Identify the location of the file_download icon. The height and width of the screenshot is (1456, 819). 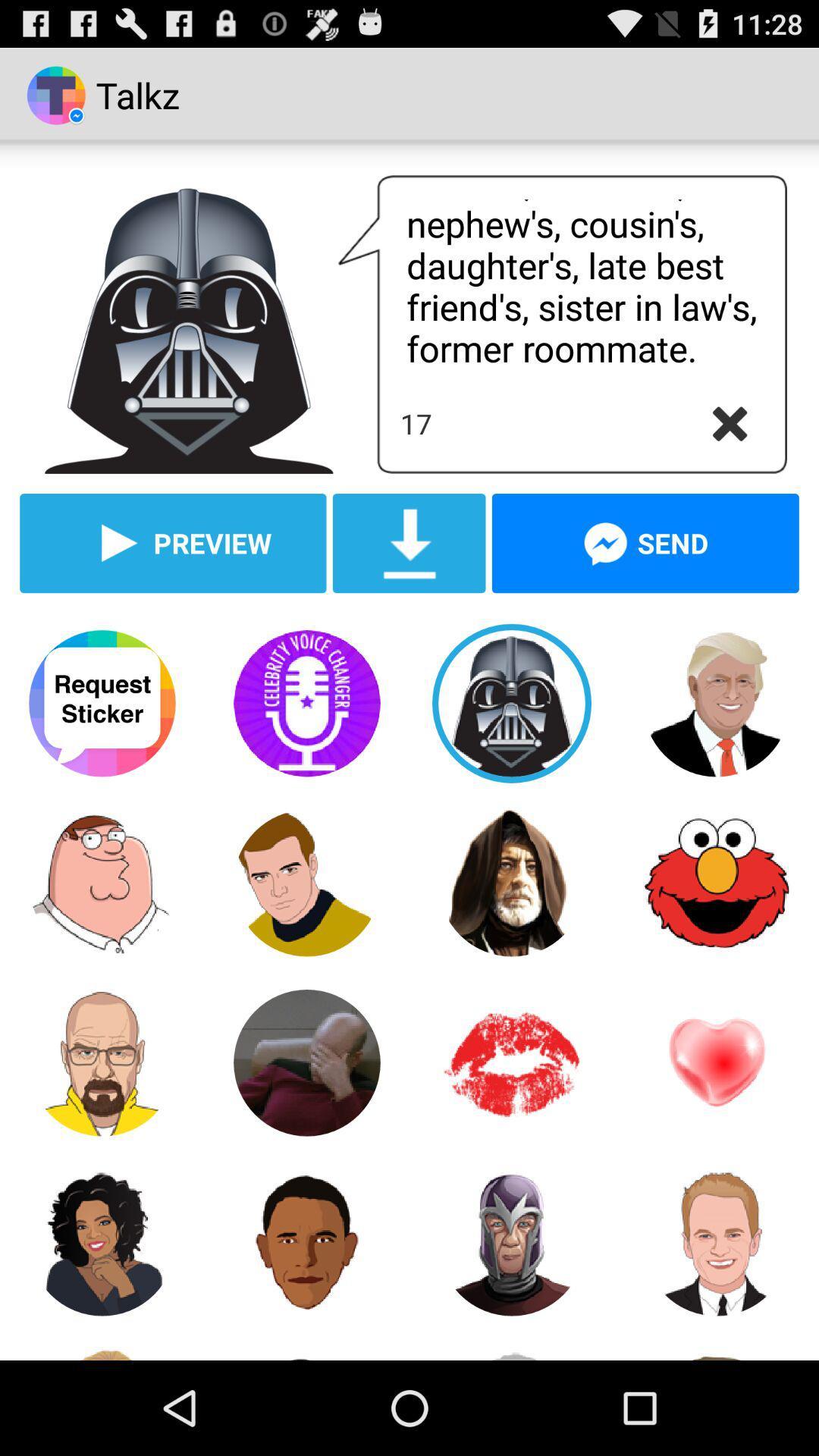
(408, 581).